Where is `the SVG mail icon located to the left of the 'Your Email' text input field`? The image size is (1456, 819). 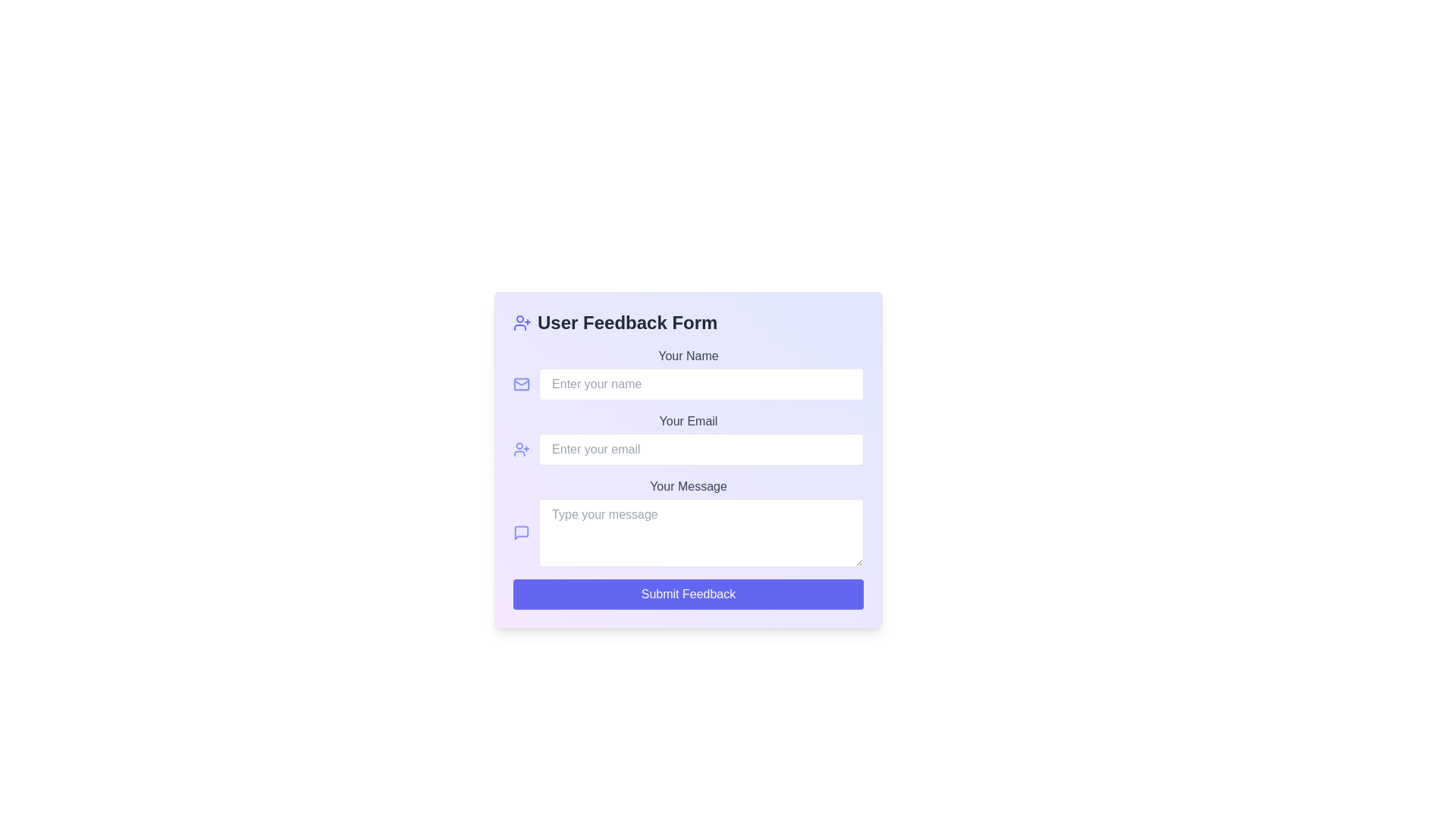
the SVG mail icon located to the left of the 'Your Email' text input field is located at coordinates (522, 383).